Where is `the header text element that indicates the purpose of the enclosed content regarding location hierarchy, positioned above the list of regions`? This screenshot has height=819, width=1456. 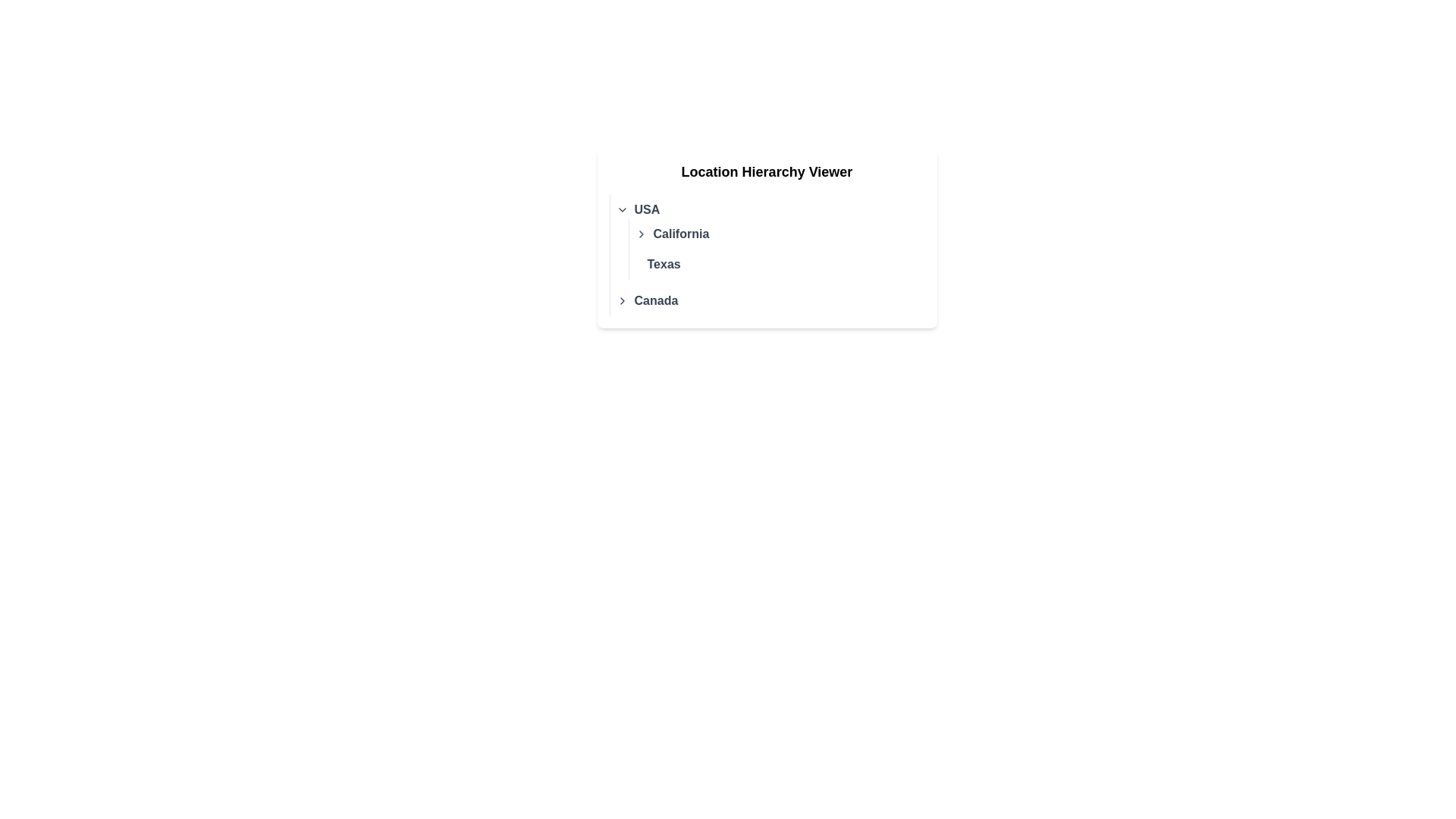 the header text element that indicates the purpose of the enclosed content regarding location hierarchy, positioned above the list of regions is located at coordinates (767, 171).